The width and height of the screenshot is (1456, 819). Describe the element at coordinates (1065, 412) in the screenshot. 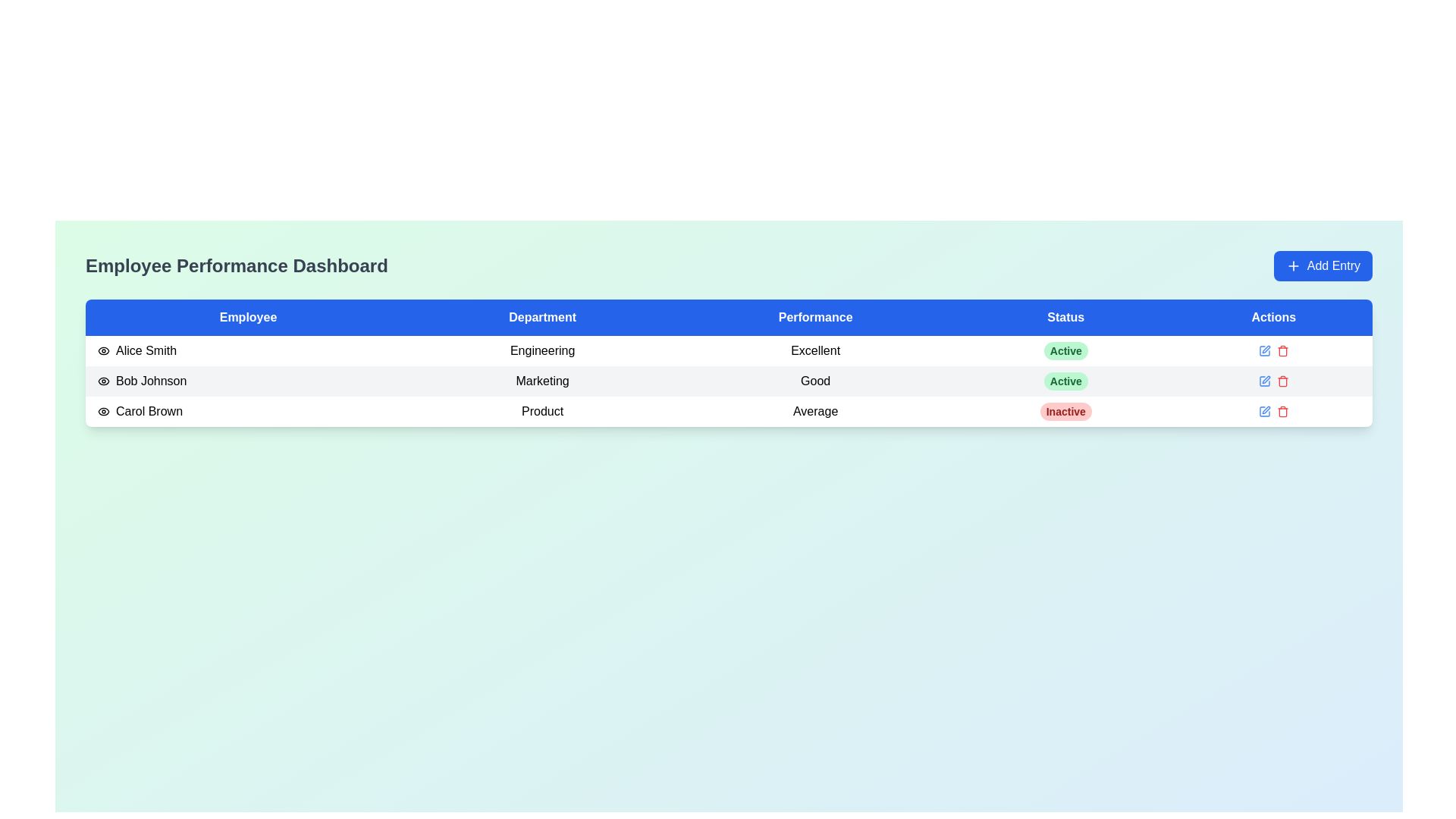

I see `the 'Inactive' status label indicating user 'Carol Brown' in the Employee Performance Dashboard, which has bold red text and a light red background` at that location.